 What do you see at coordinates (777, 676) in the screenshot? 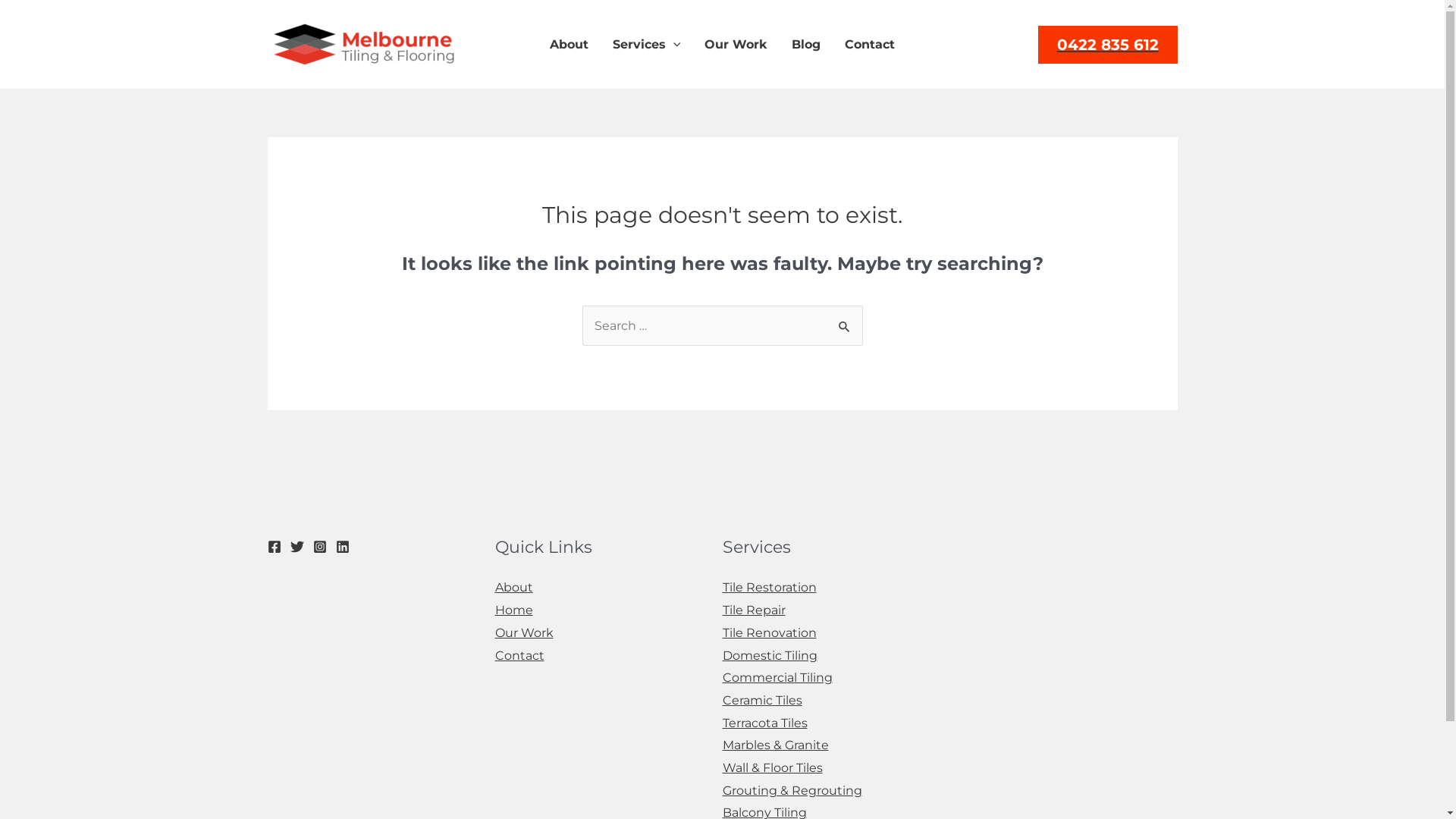
I see `'Commercial Tiling'` at bounding box center [777, 676].